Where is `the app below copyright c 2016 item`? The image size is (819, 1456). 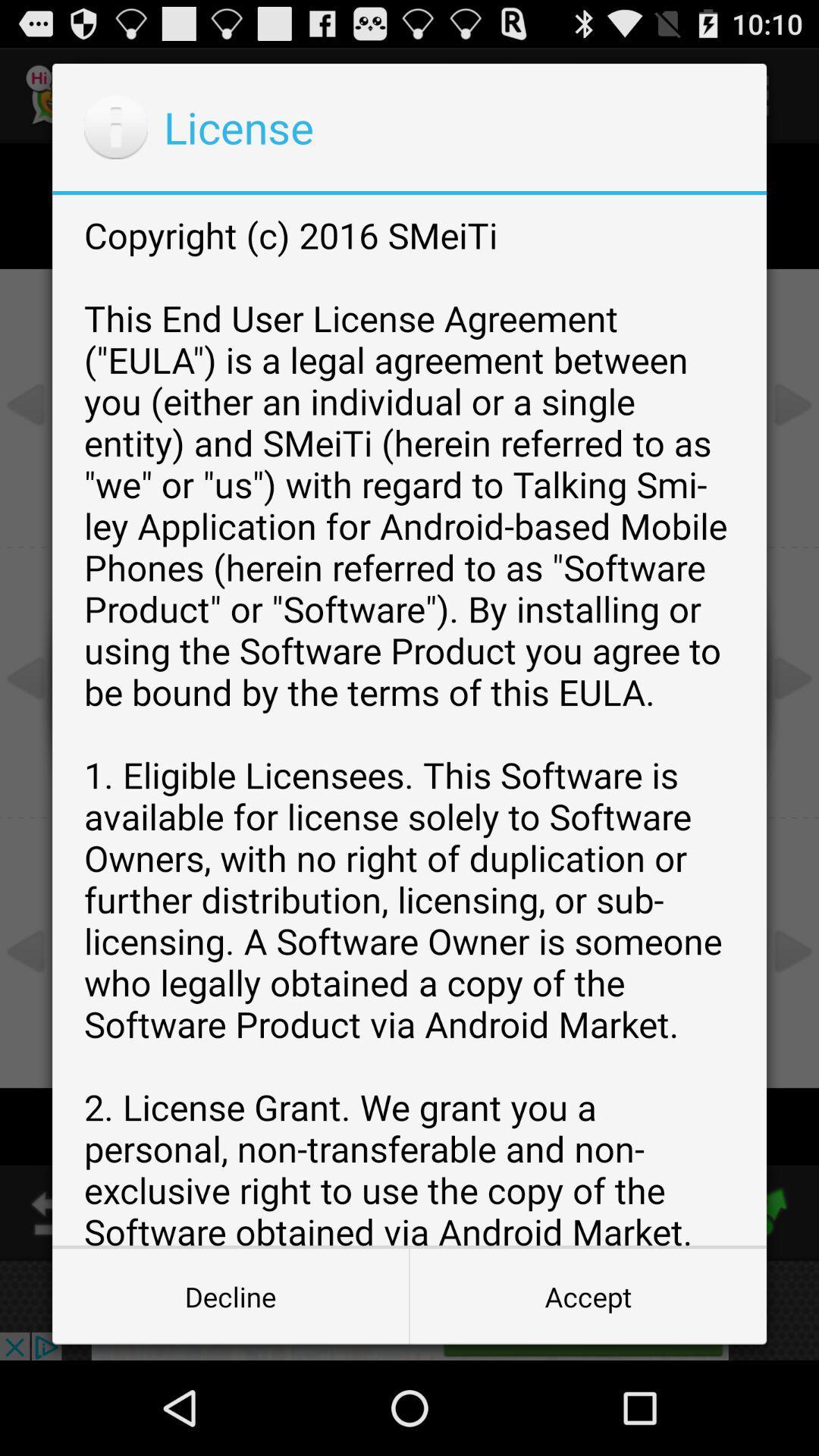
the app below copyright c 2016 item is located at coordinates (231, 1295).